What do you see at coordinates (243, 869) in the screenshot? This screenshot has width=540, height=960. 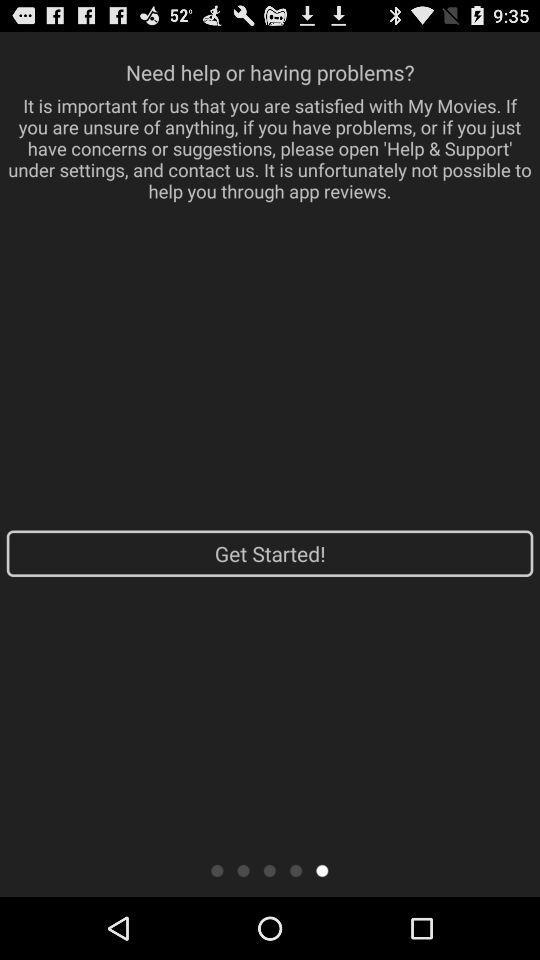 I see `the item below the get started! item` at bounding box center [243, 869].